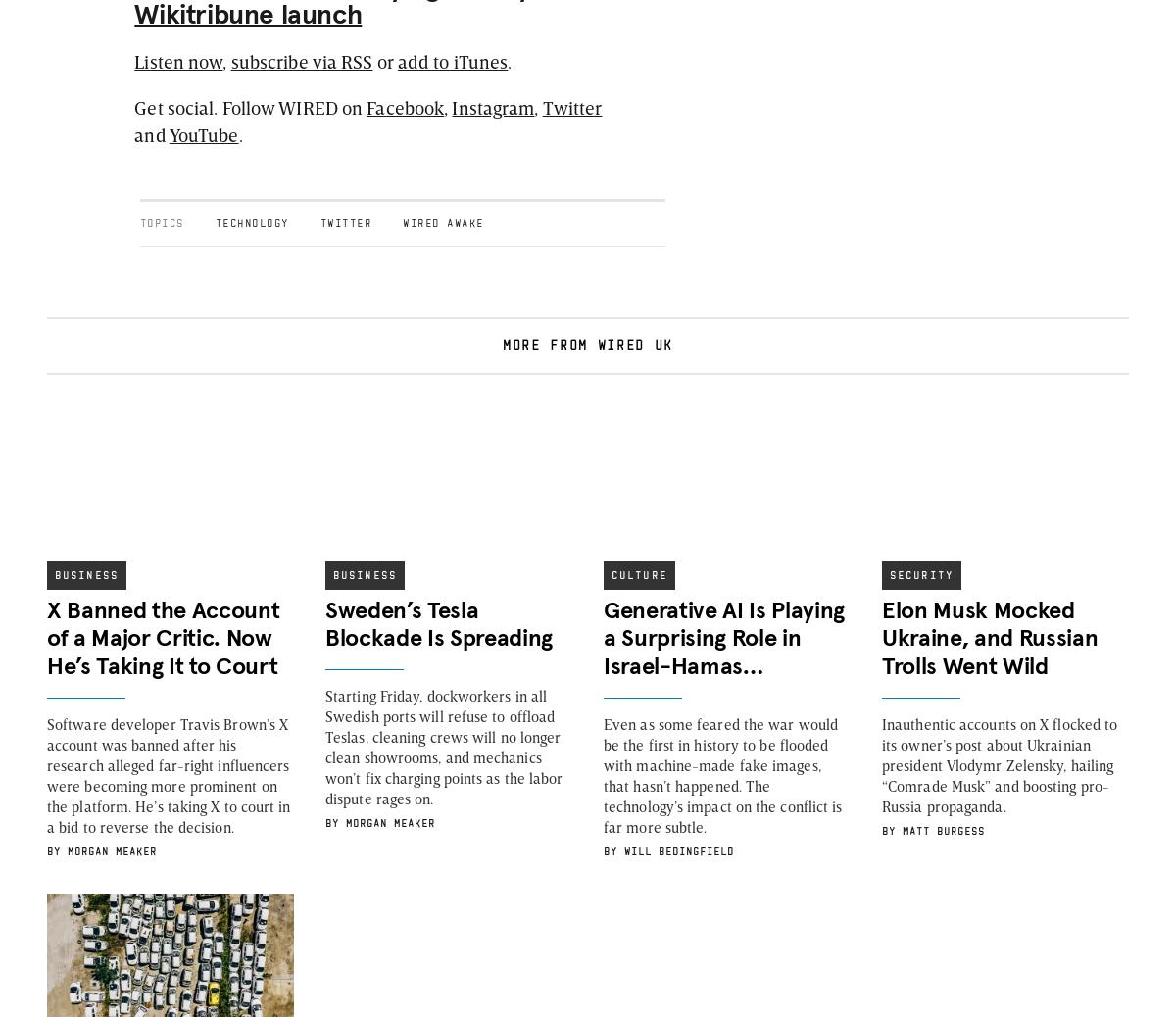 The height and width of the screenshot is (1017, 1176). I want to click on 'Instagram', so click(492, 105).